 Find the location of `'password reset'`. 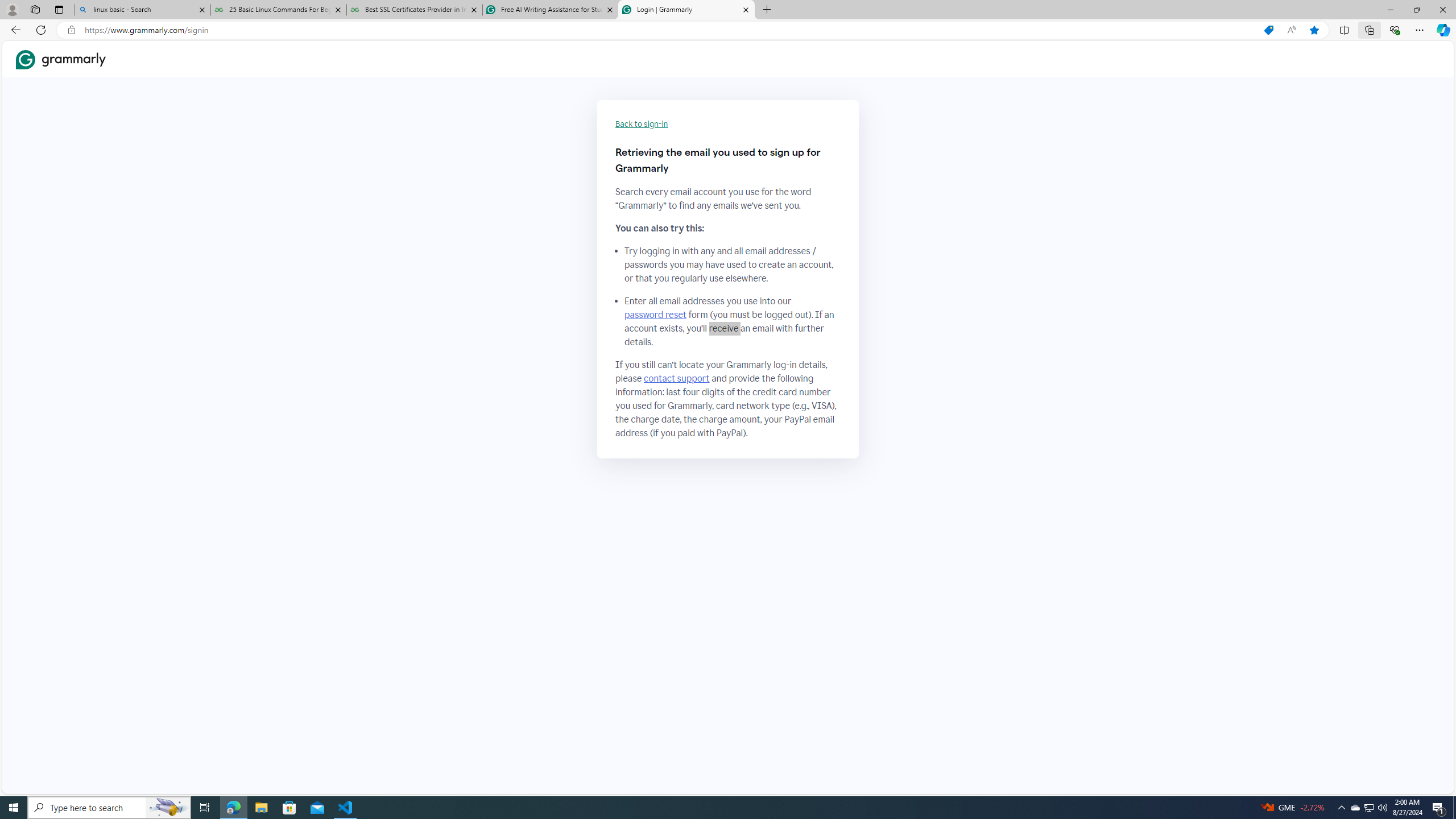

'password reset' is located at coordinates (655, 314).